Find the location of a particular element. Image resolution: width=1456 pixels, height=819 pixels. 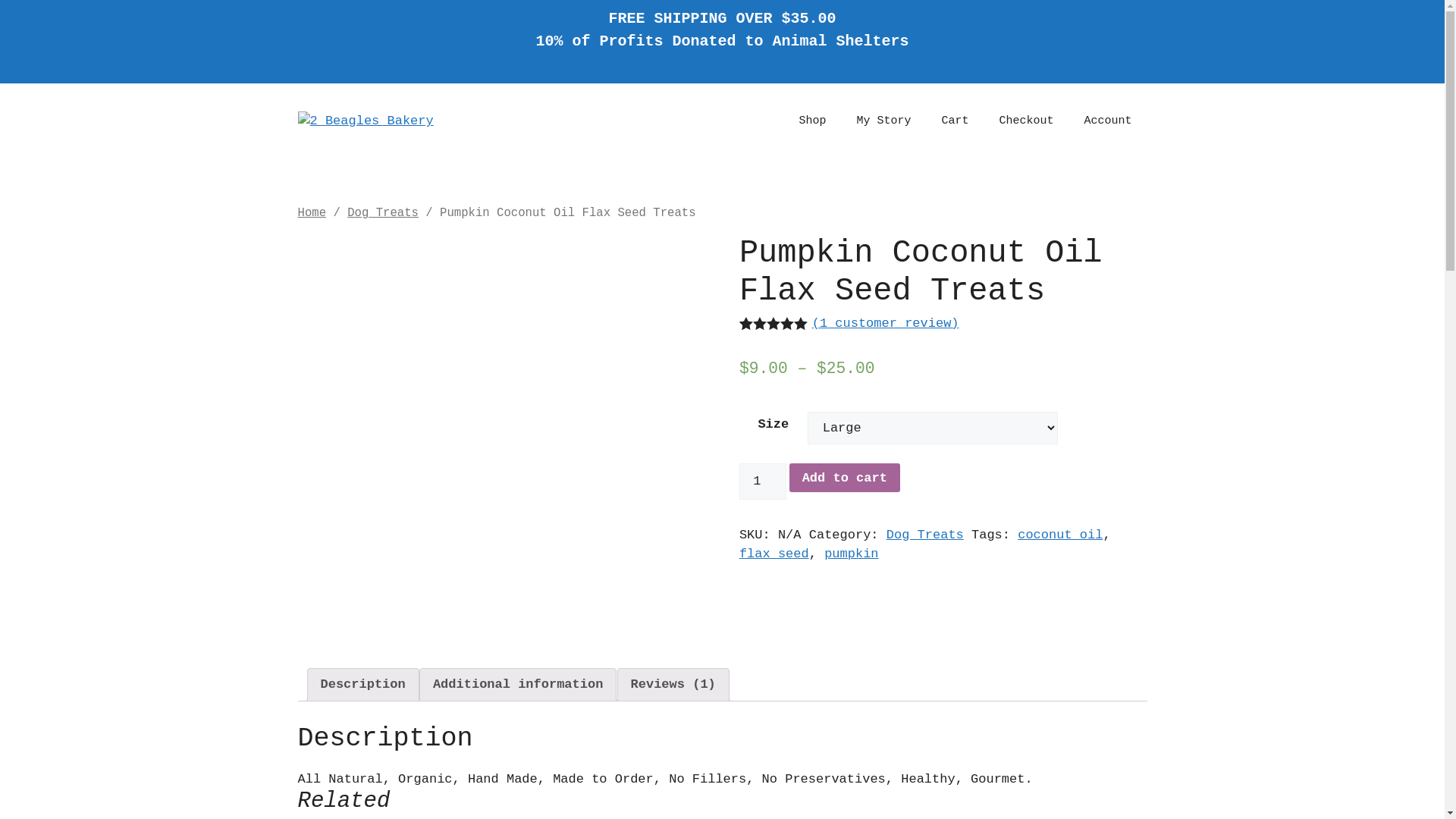

'Cart' is located at coordinates (953, 120).